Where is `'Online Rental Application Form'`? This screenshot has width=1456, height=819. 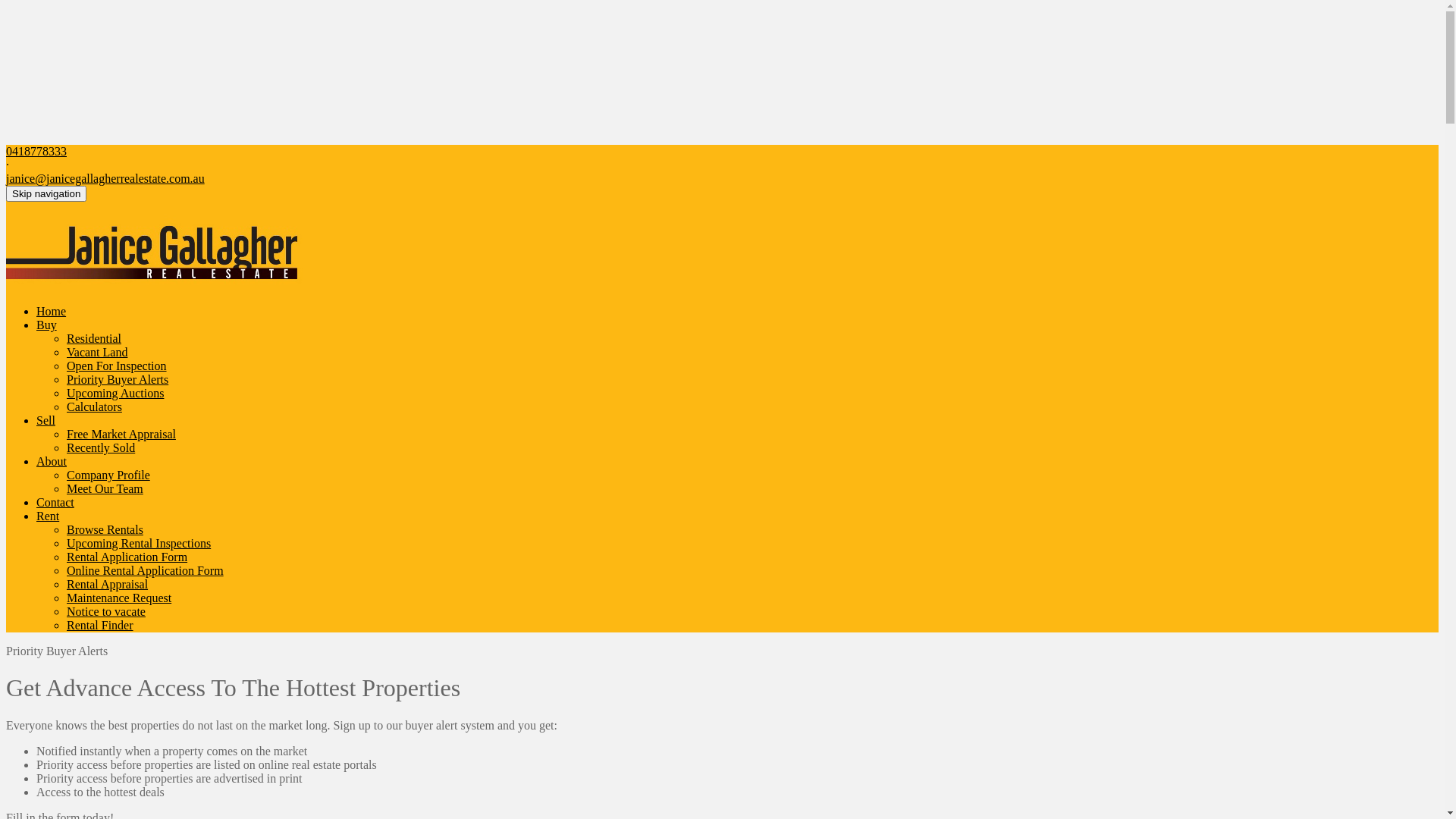
'Online Rental Application Form' is located at coordinates (145, 570).